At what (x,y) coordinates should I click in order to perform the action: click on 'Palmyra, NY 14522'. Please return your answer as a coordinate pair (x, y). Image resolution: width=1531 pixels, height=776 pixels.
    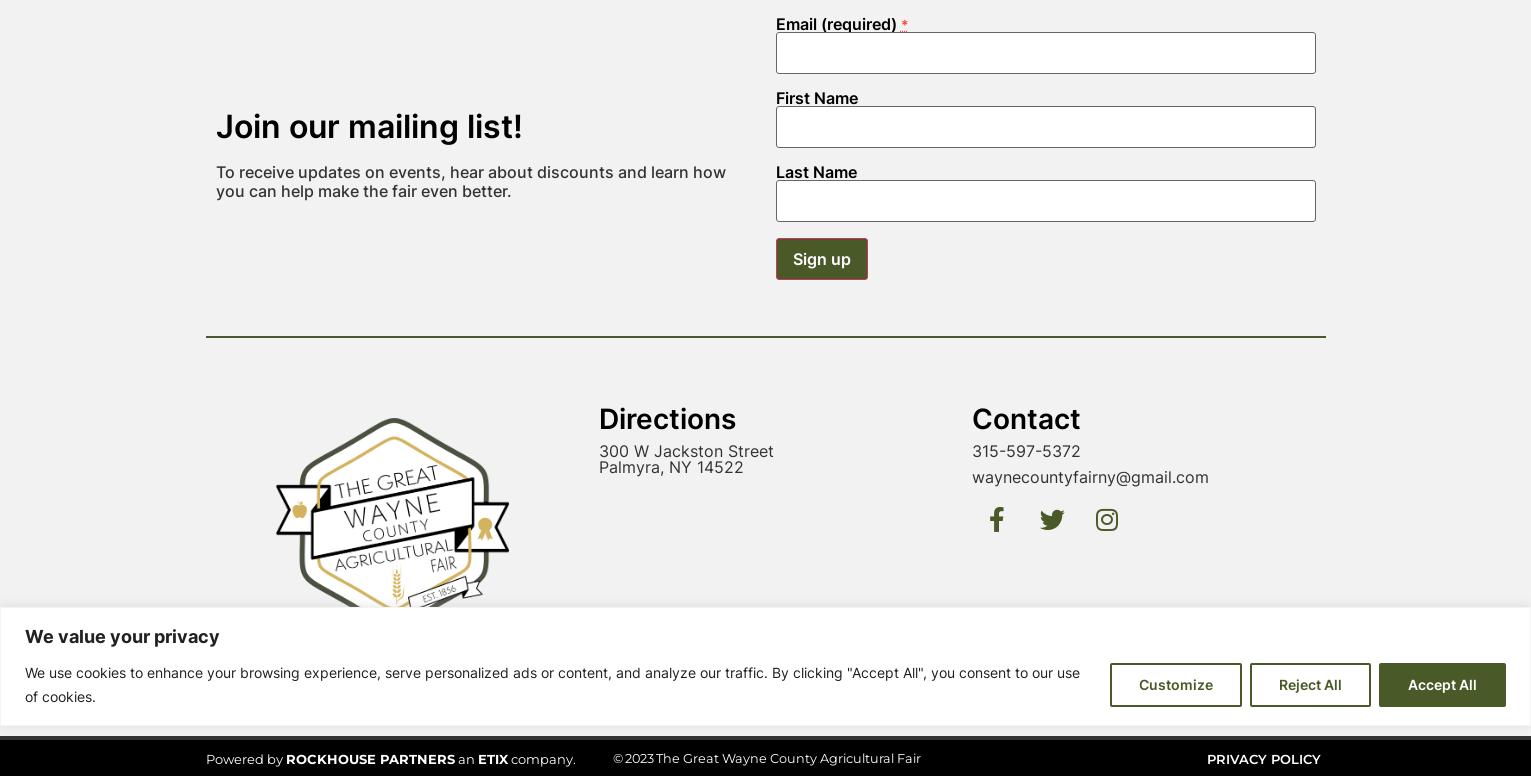
    Looking at the image, I should click on (669, 187).